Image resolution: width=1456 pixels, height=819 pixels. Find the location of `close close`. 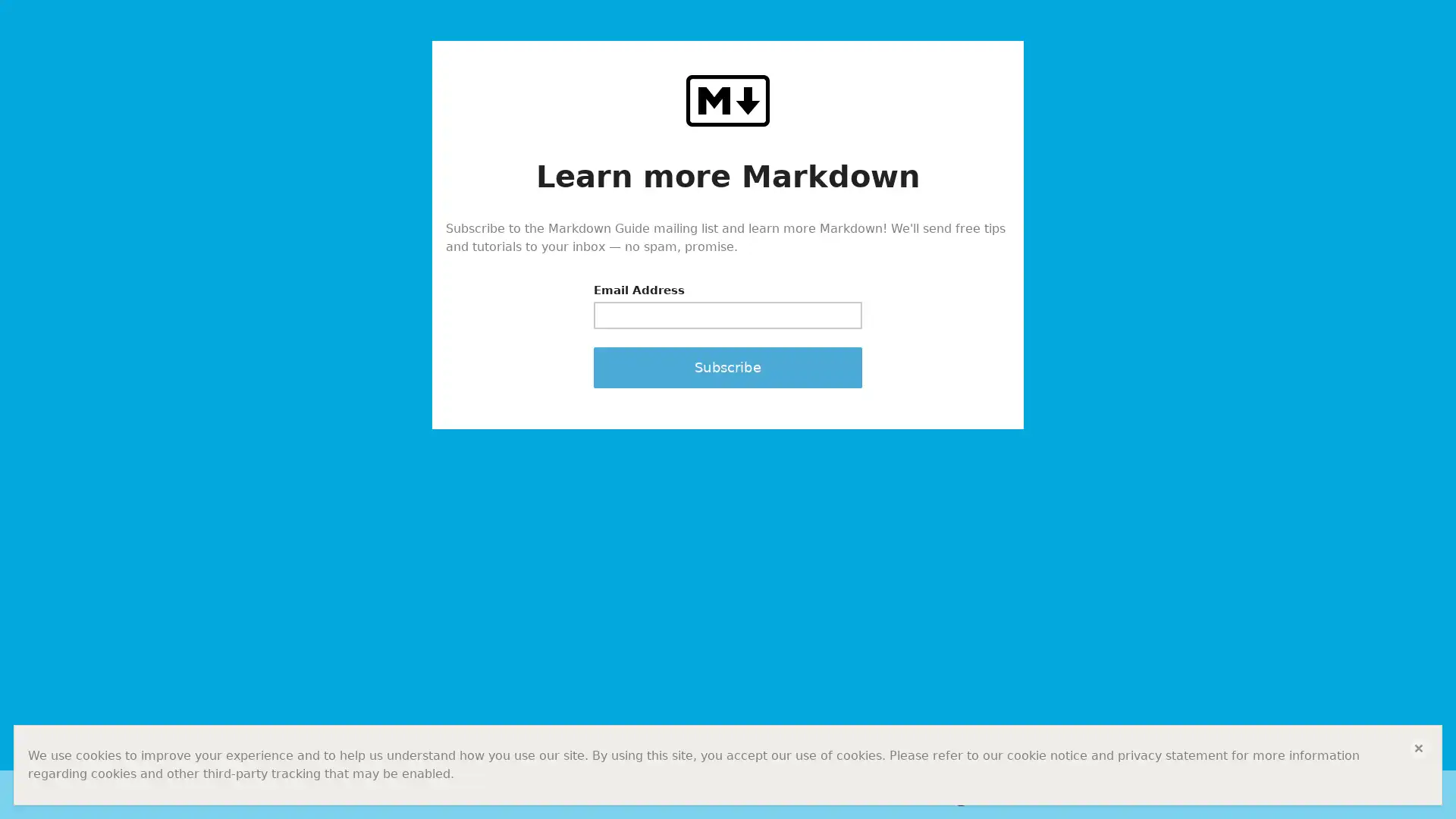

close close is located at coordinates (1418, 748).